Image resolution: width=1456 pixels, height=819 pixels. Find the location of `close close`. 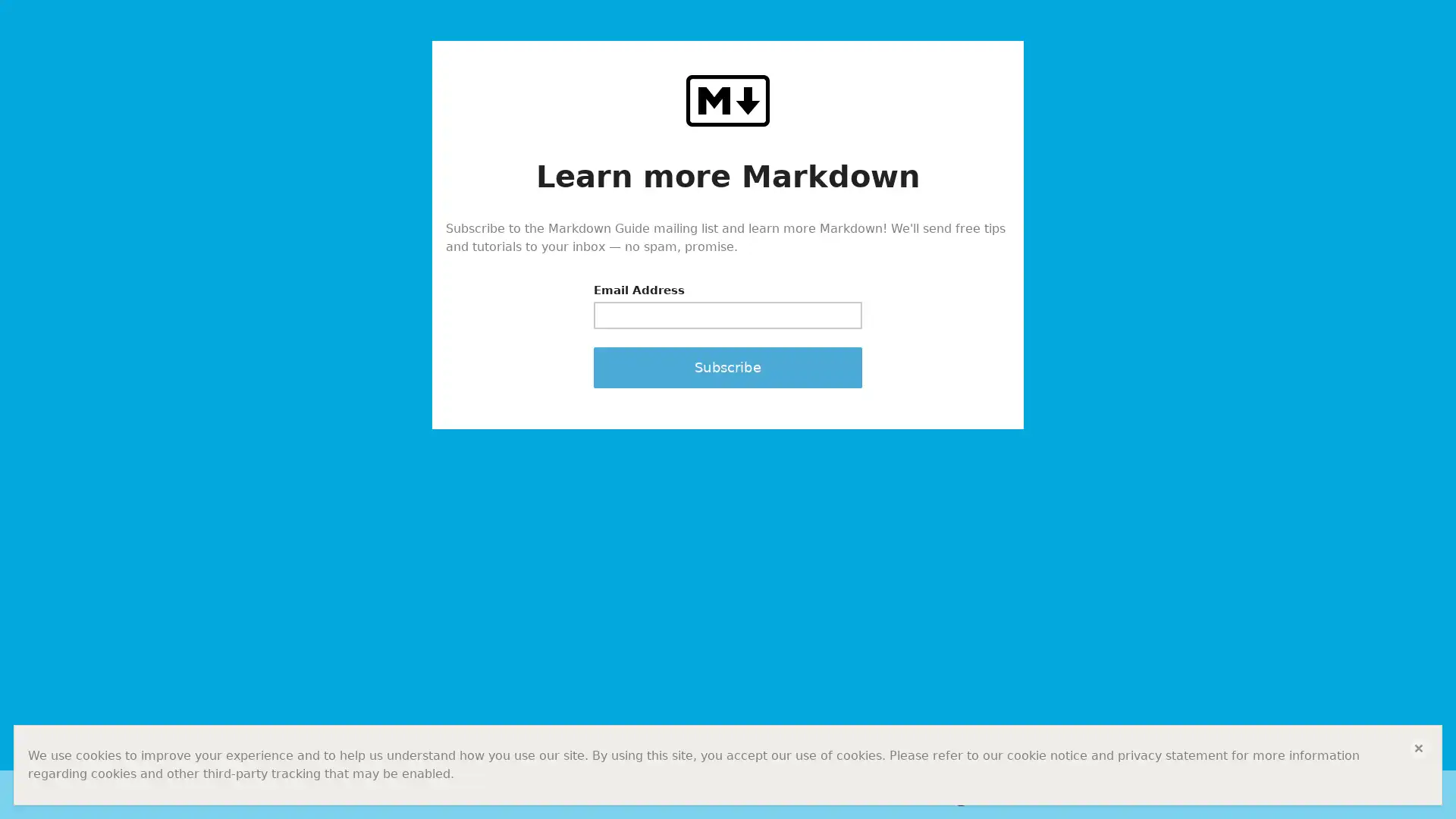

close close is located at coordinates (1418, 748).